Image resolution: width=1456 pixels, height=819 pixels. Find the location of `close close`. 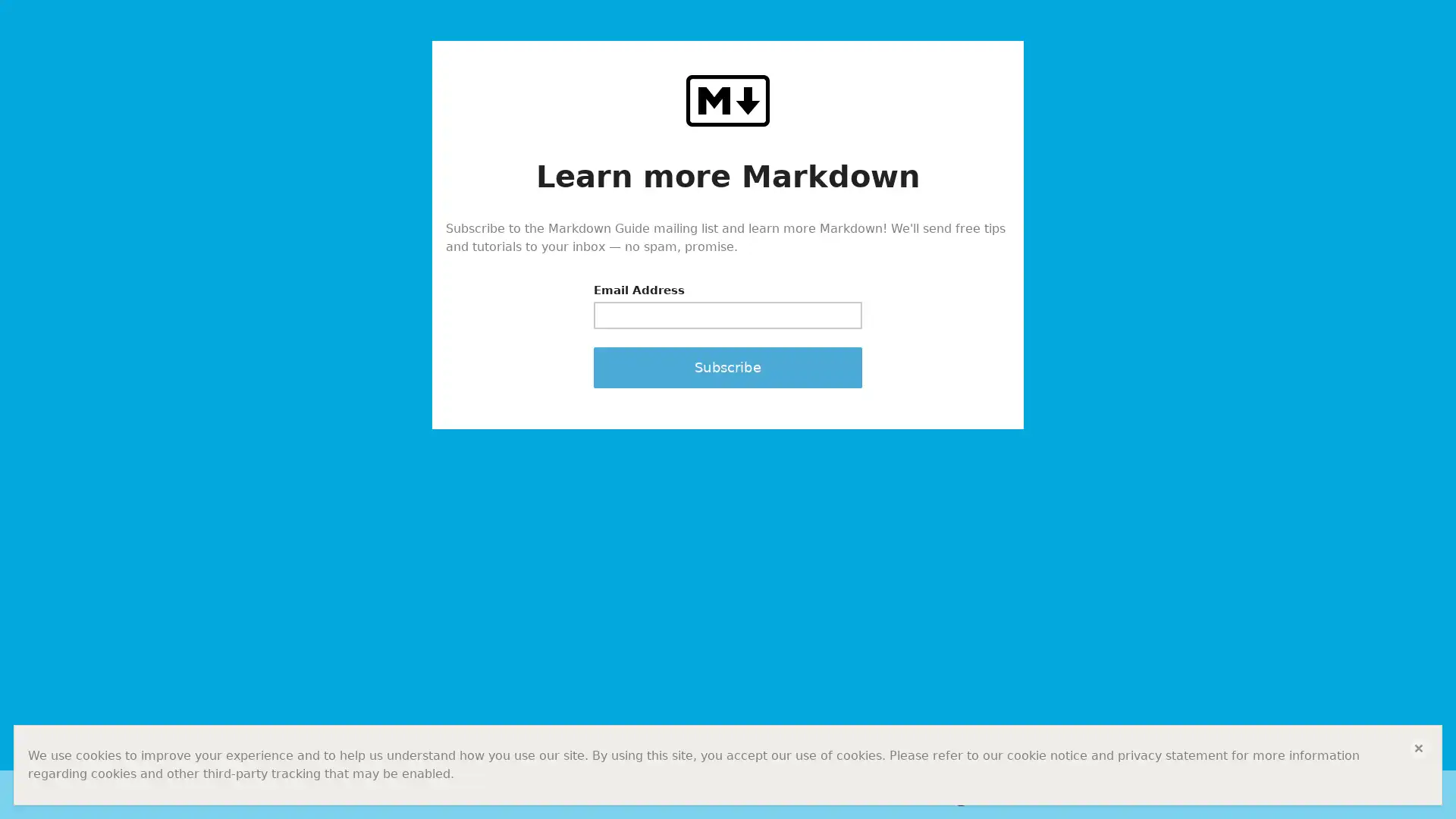

close close is located at coordinates (1418, 748).